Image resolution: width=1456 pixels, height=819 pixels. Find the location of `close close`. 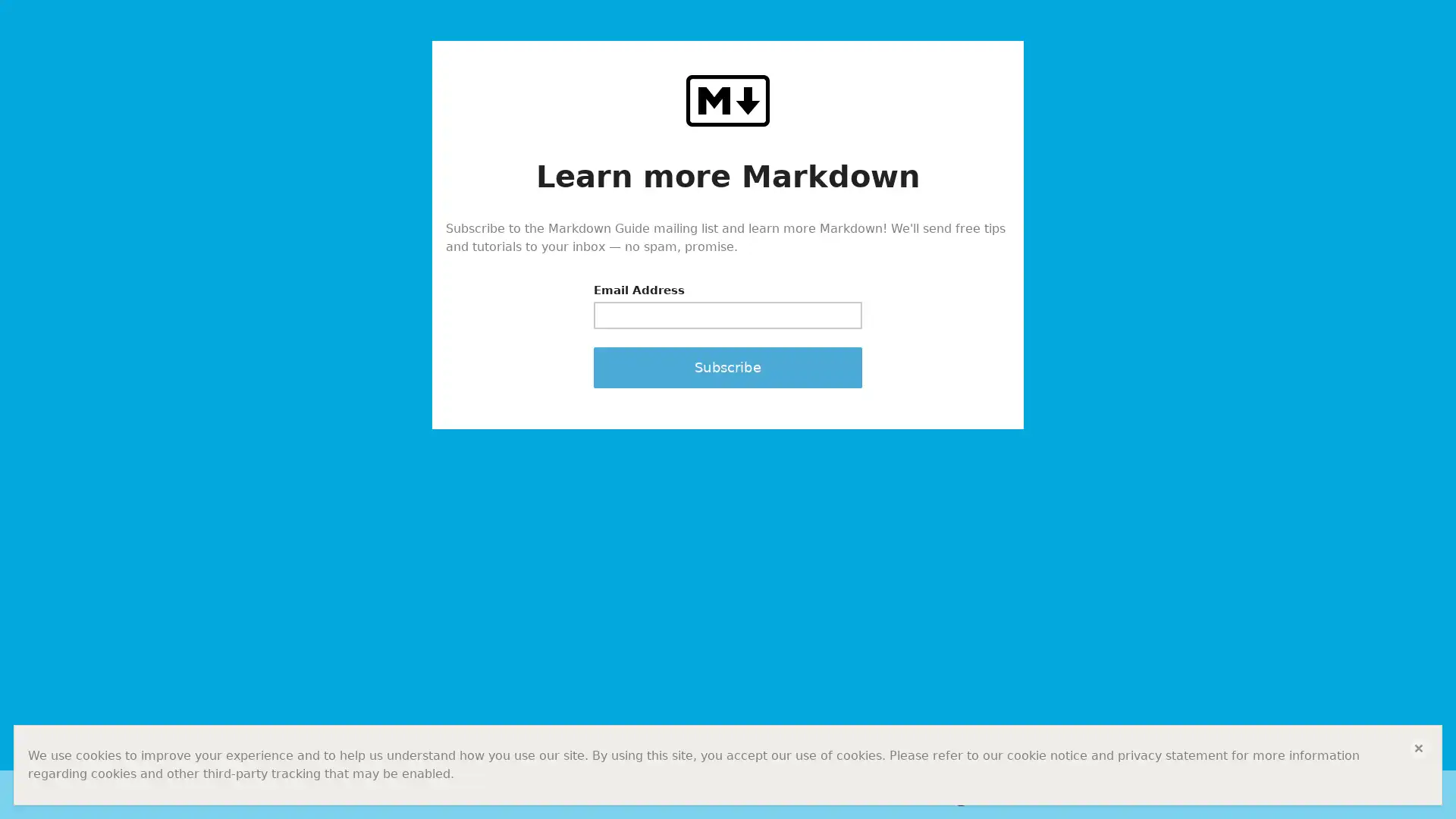

close close is located at coordinates (1418, 748).